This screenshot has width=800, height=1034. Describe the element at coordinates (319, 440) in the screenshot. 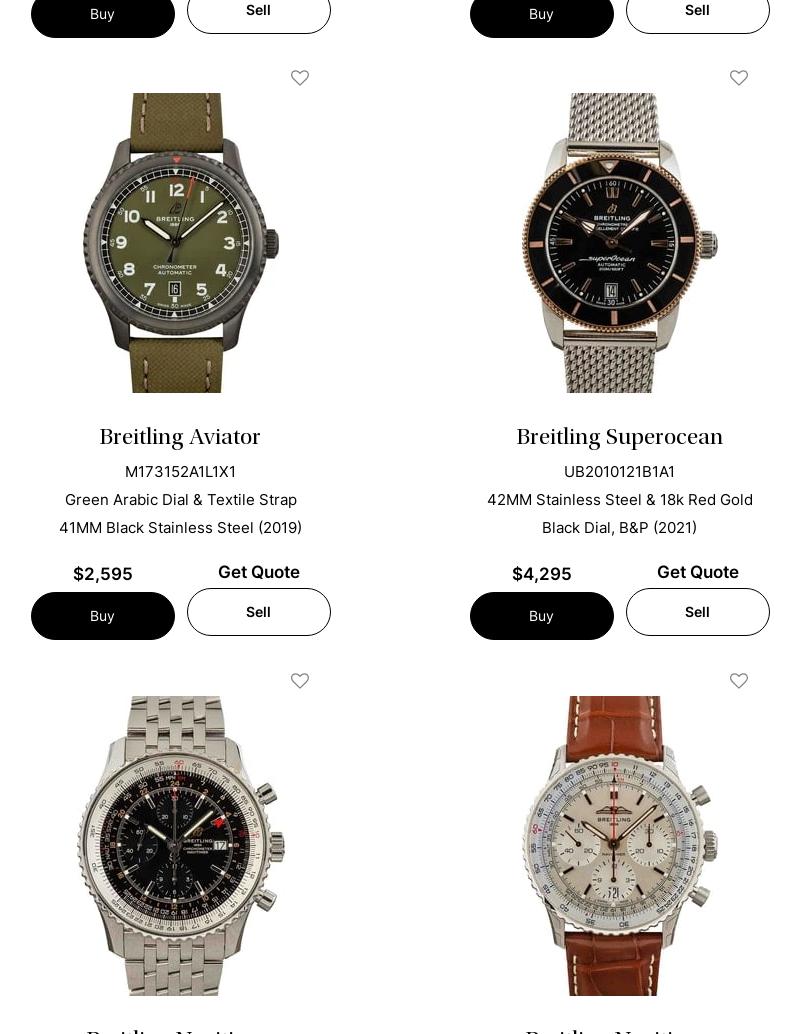

I see `'Are You Selling Your Breitling Watch?'` at that location.